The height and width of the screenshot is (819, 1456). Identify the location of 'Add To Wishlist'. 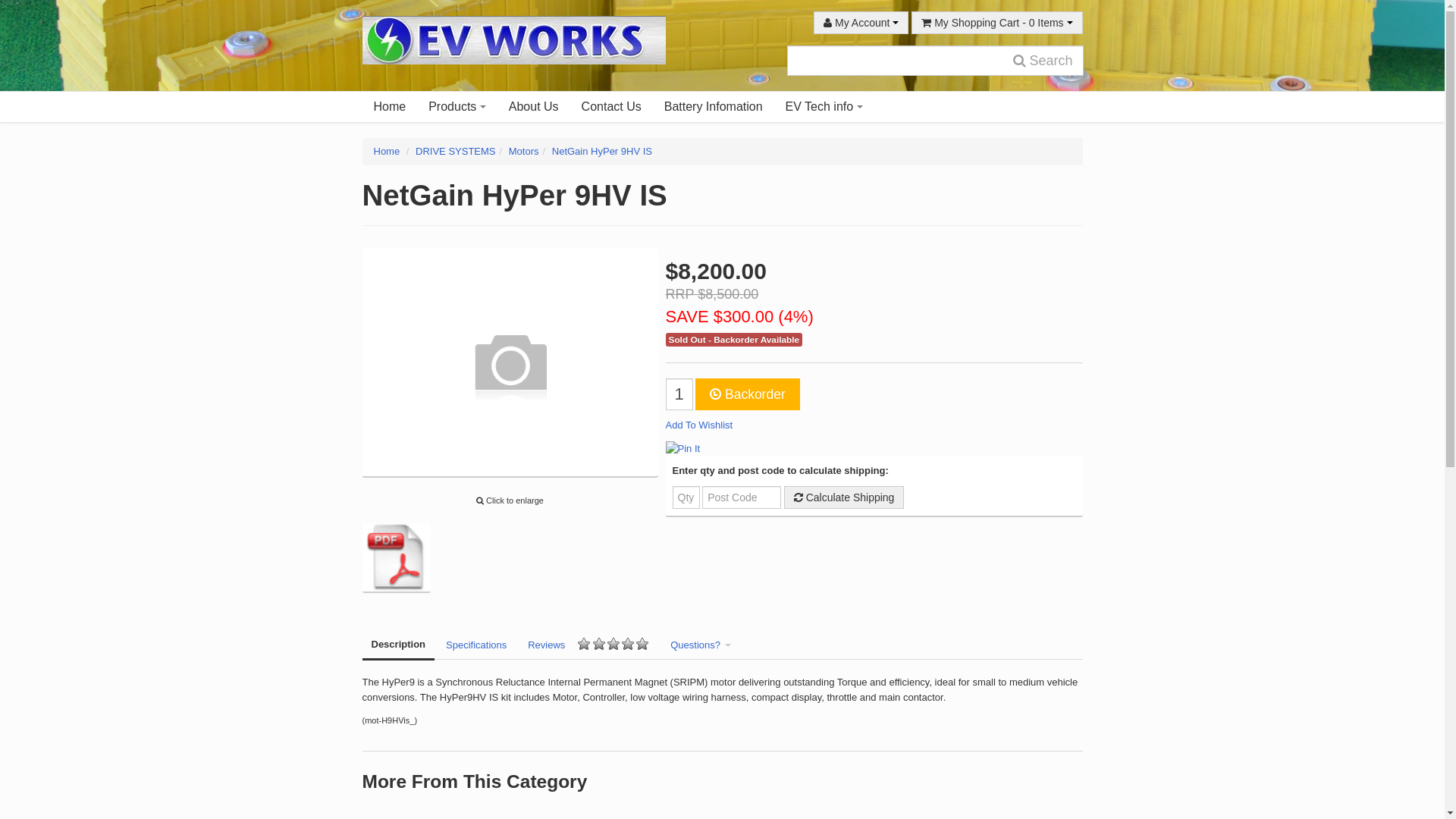
(698, 425).